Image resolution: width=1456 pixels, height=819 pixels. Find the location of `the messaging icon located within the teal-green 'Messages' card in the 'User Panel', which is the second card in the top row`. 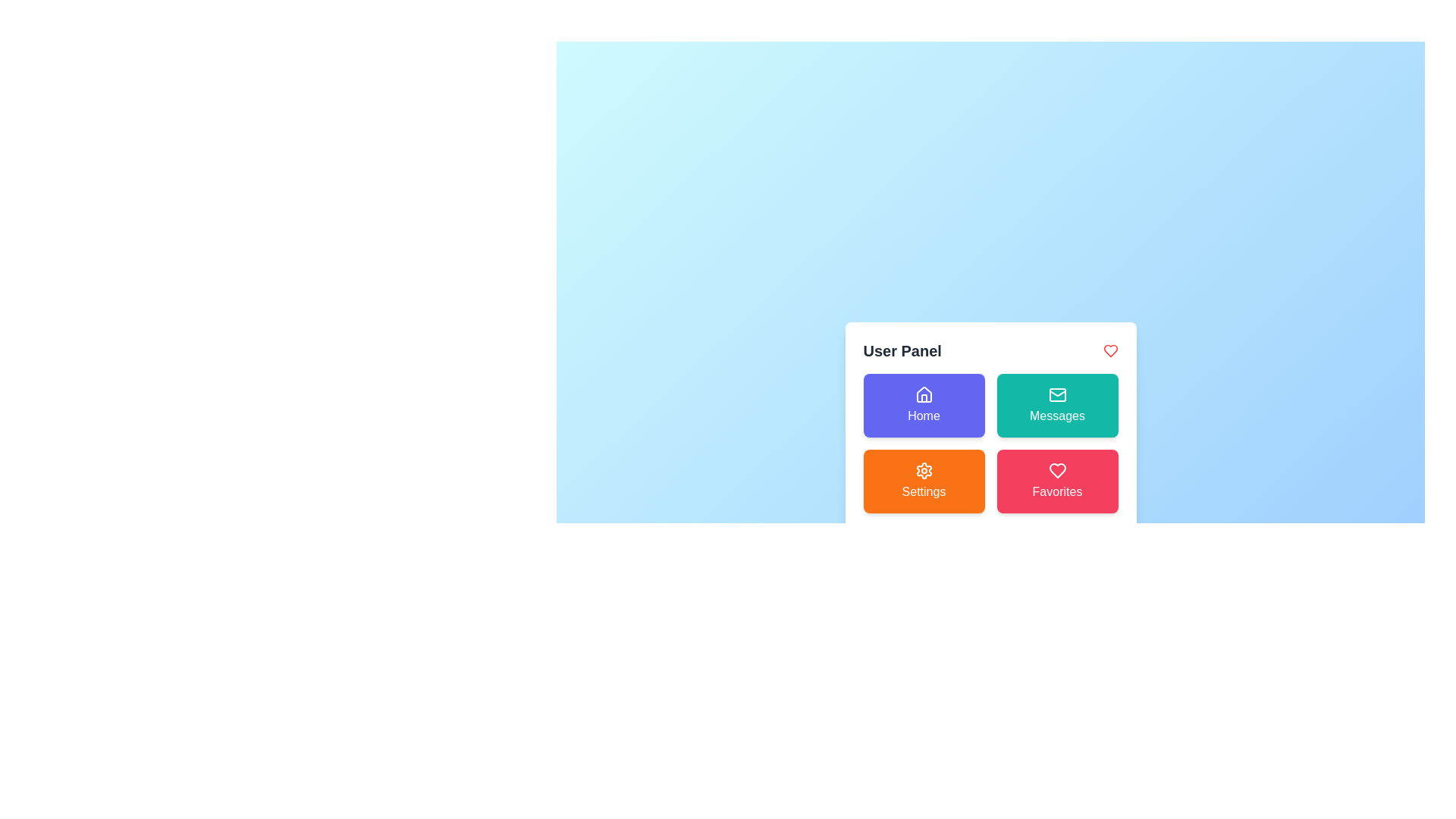

the messaging icon located within the teal-green 'Messages' card in the 'User Panel', which is the second card in the top row is located at coordinates (1056, 394).